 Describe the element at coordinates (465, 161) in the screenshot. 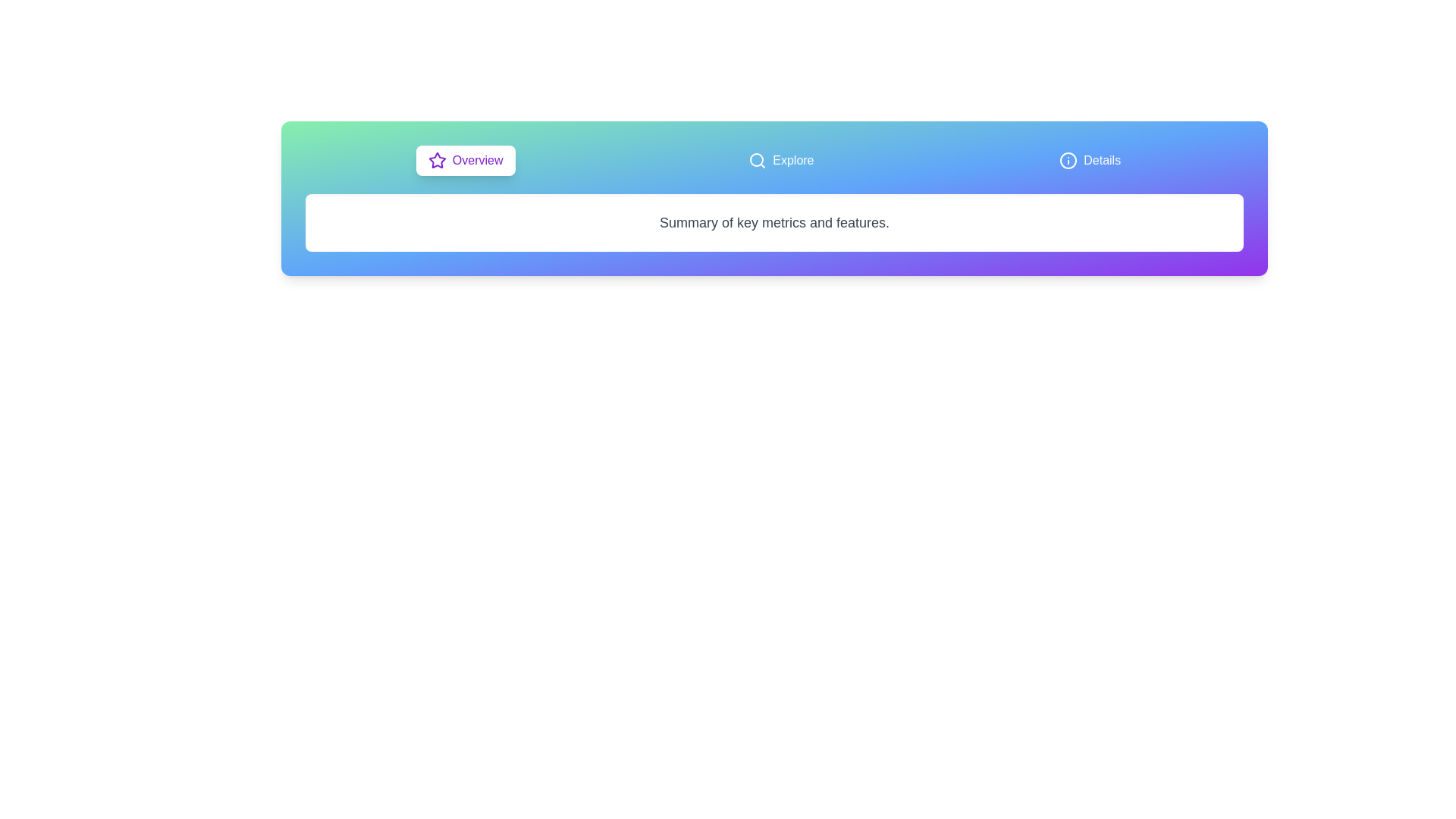

I see `the Overview tab to observe visual feedback` at that location.